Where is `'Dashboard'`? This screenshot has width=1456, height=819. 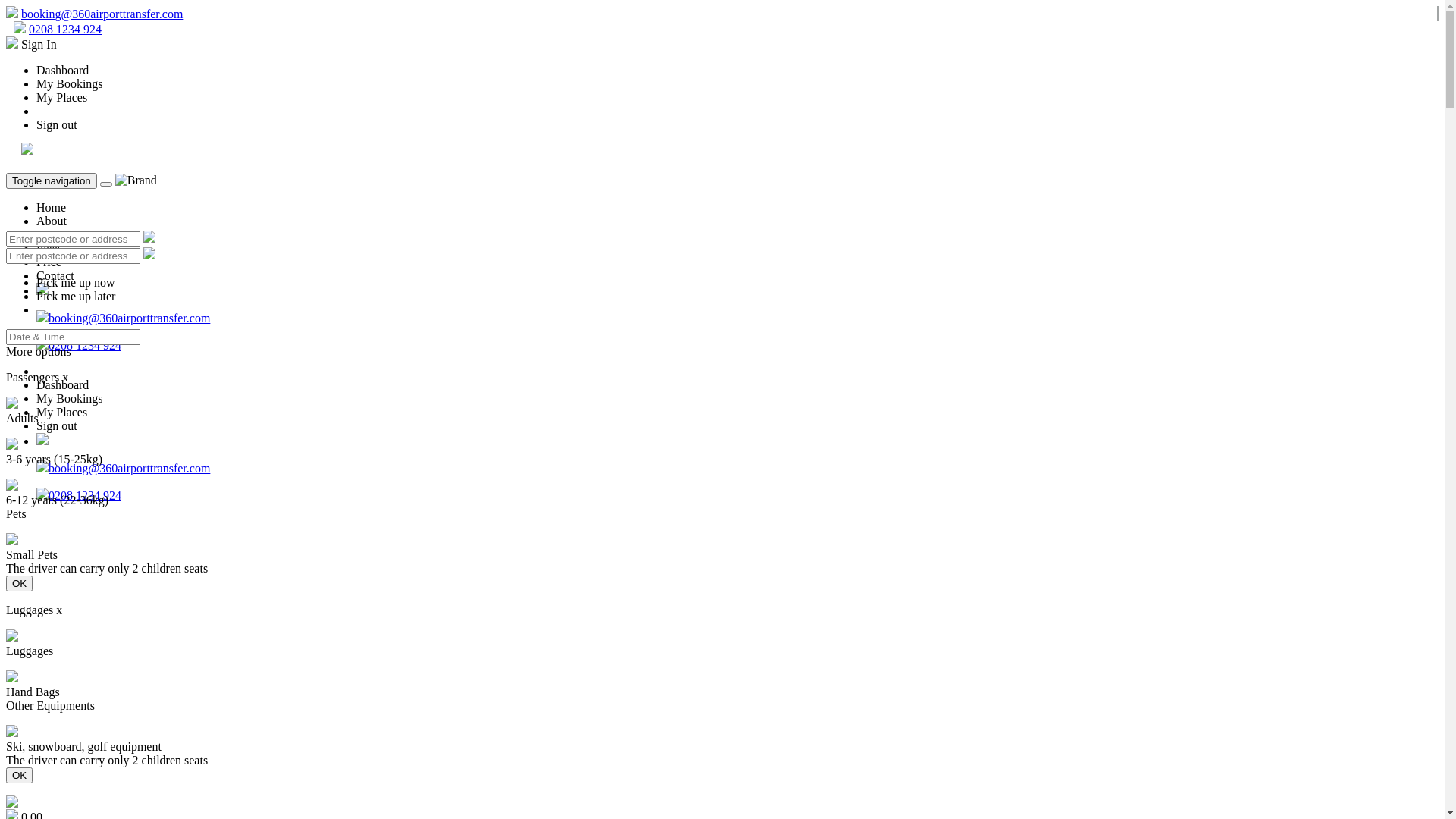
'Dashboard' is located at coordinates (61, 70).